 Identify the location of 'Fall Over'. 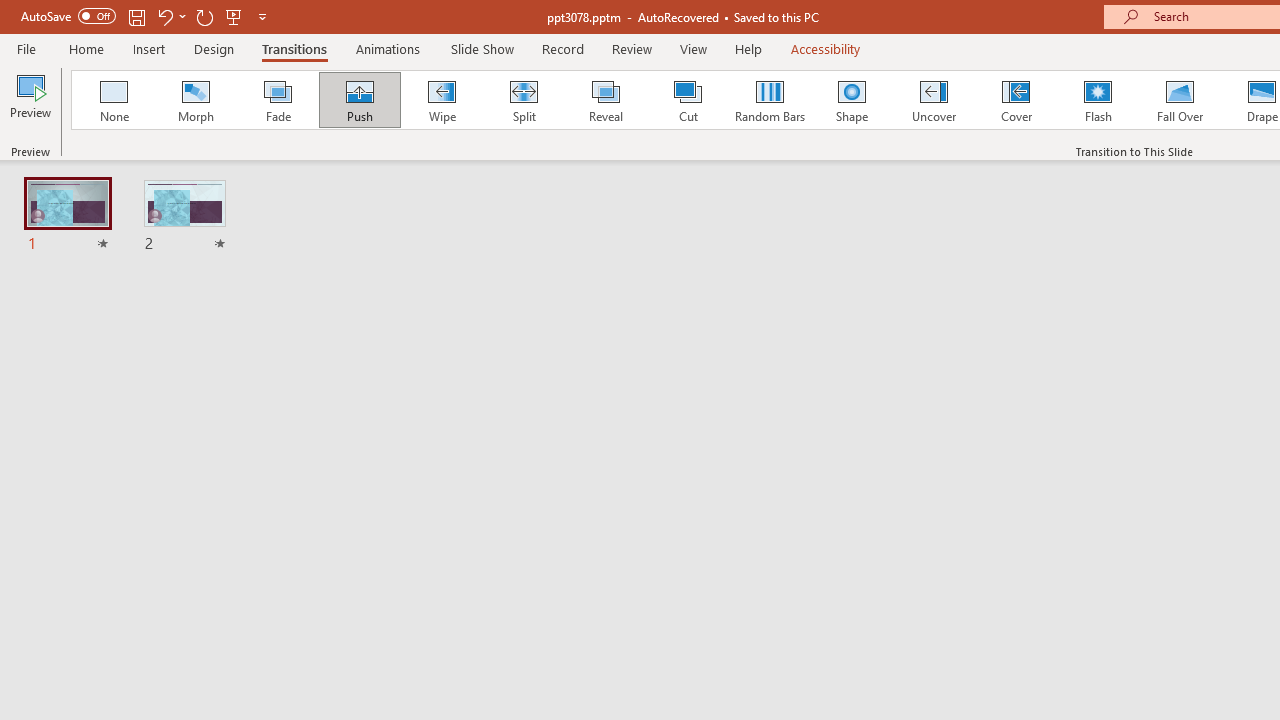
(1180, 100).